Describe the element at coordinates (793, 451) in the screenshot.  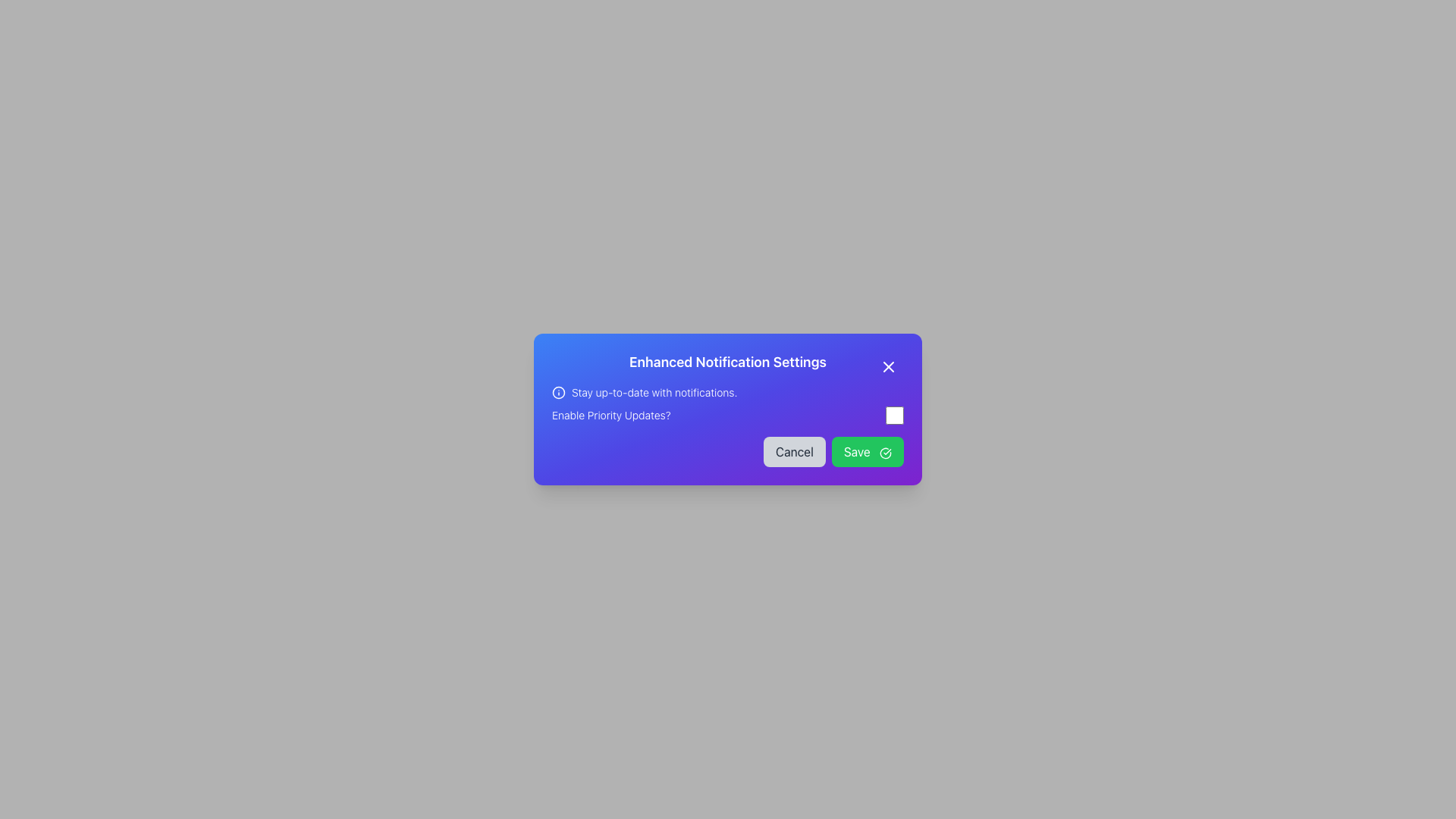
I see `the cancel button located at the bottom-right corner of the 'Enhanced Notification Settings' modal` at that location.